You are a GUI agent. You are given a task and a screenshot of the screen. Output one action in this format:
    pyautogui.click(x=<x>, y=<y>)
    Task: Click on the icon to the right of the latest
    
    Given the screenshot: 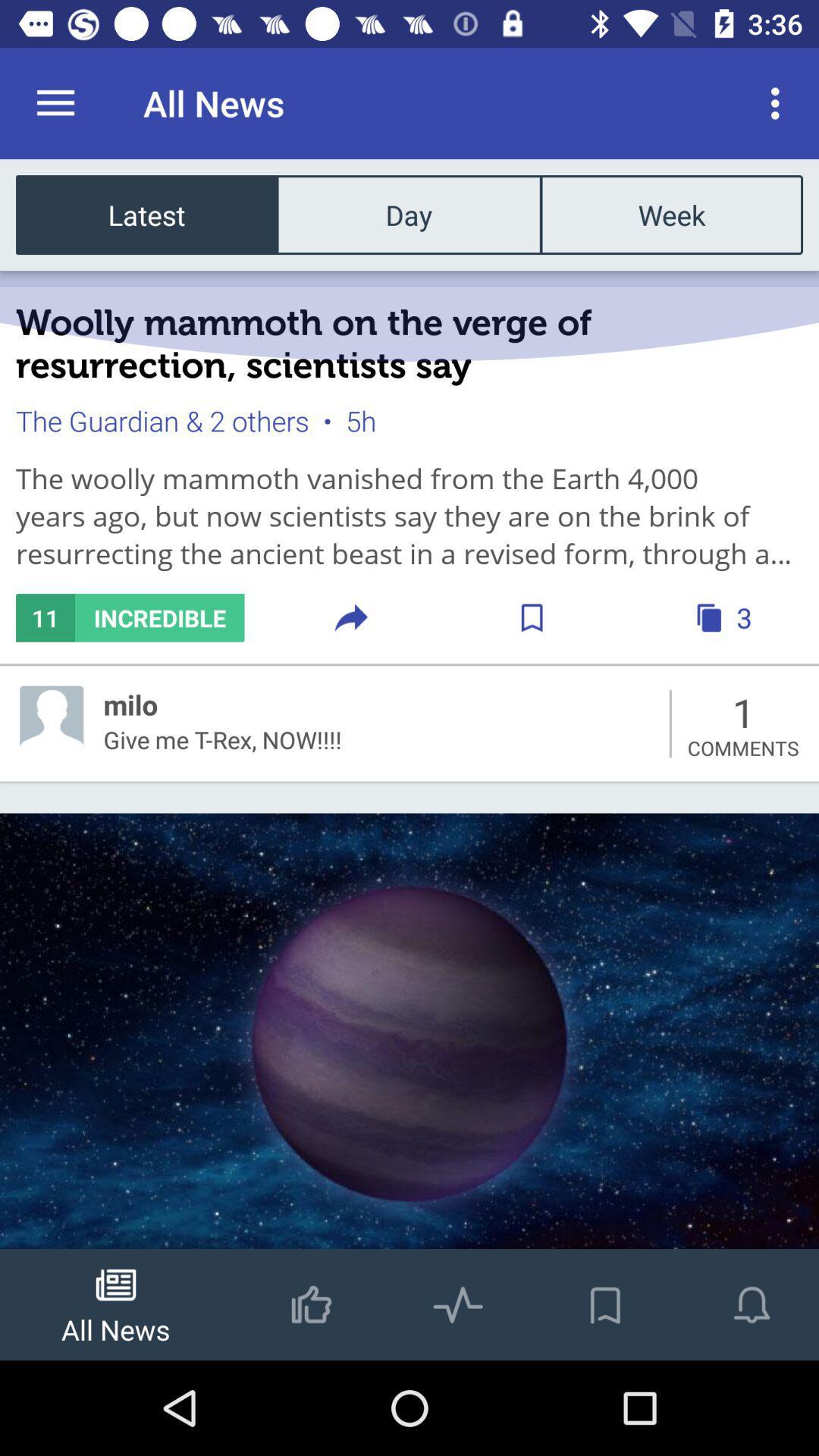 What is the action you would take?
    pyautogui.click(x=408, y=214)
    